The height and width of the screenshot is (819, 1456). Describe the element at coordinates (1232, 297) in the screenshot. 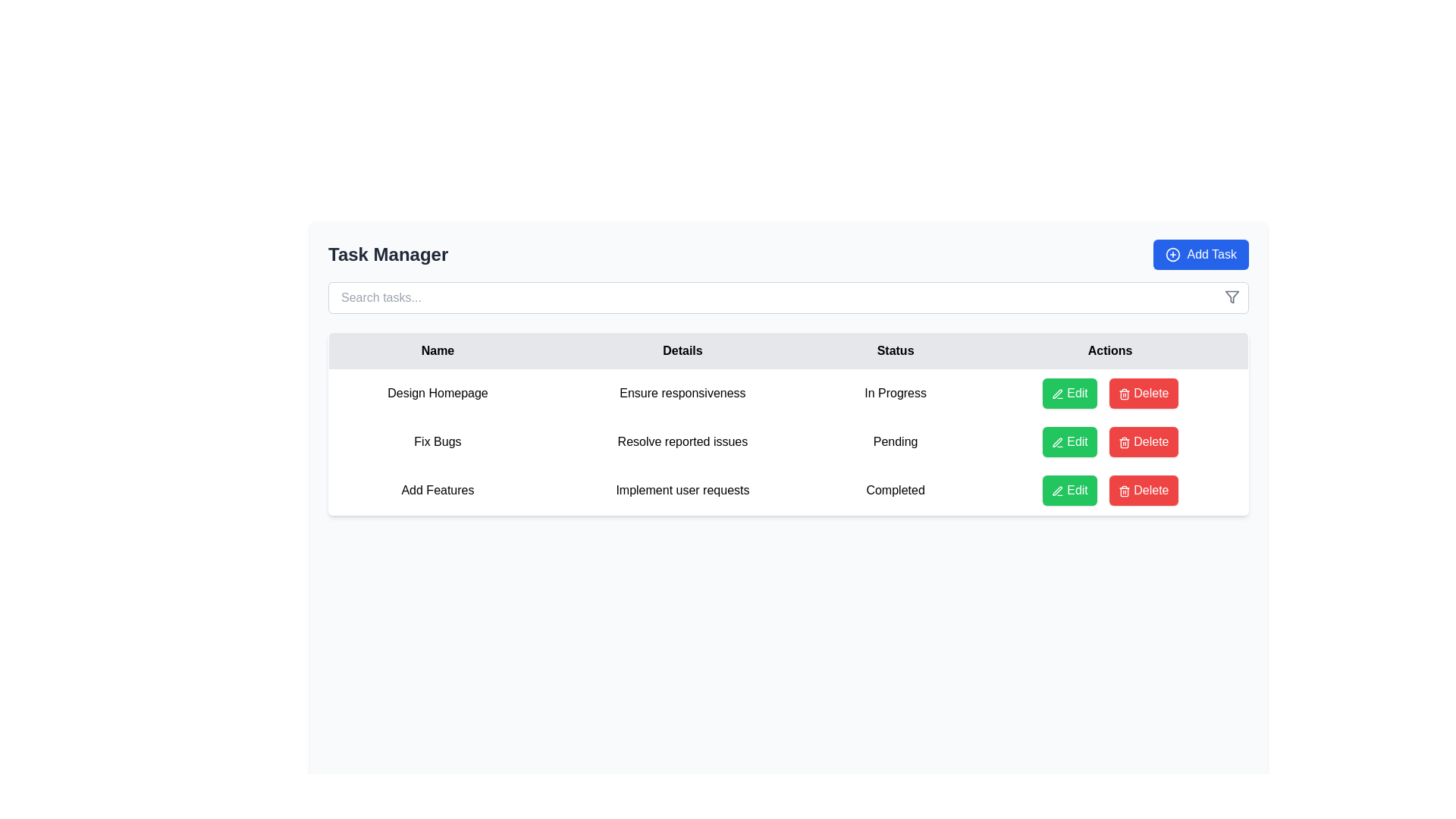

I see `the triangular funnel-shaped icon located in the top-right corner of the interface` at that location.